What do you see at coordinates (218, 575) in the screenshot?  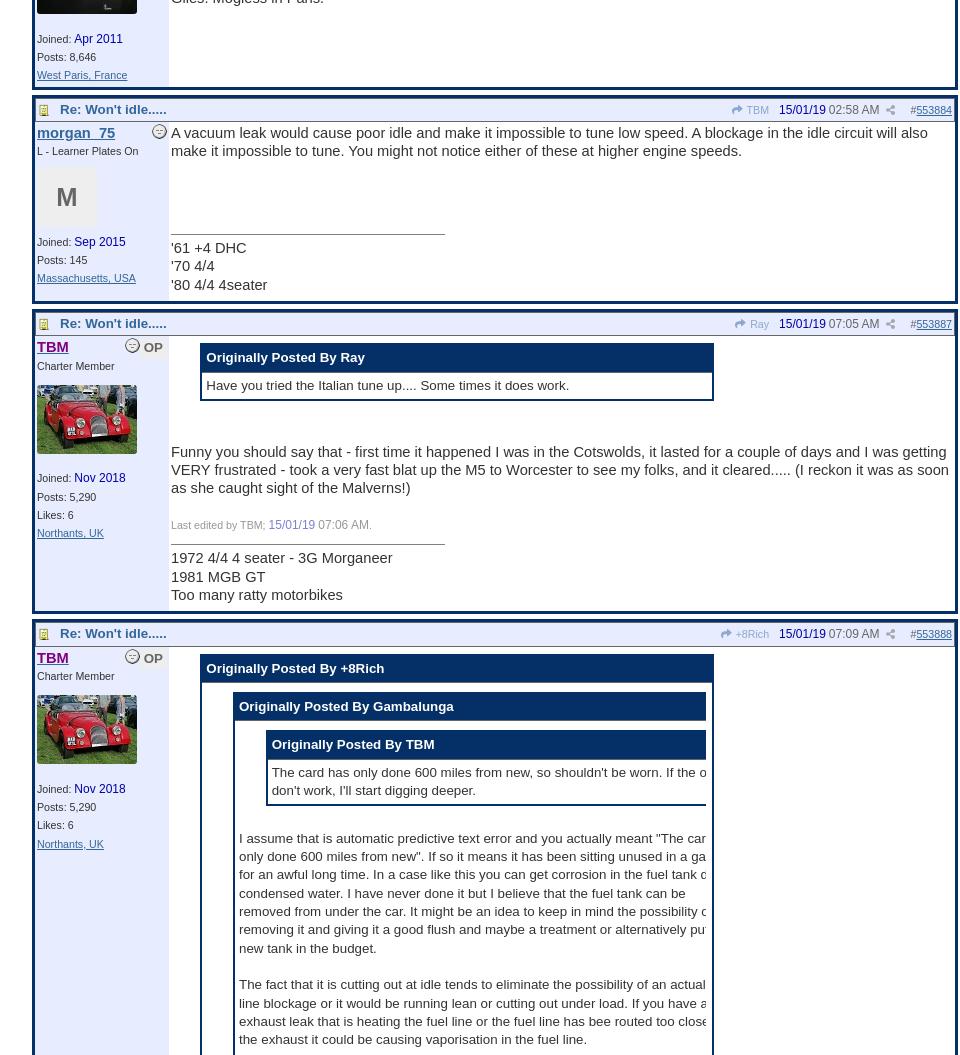 I see `'1981 MGB GT'` at bounding box center [218, 575].